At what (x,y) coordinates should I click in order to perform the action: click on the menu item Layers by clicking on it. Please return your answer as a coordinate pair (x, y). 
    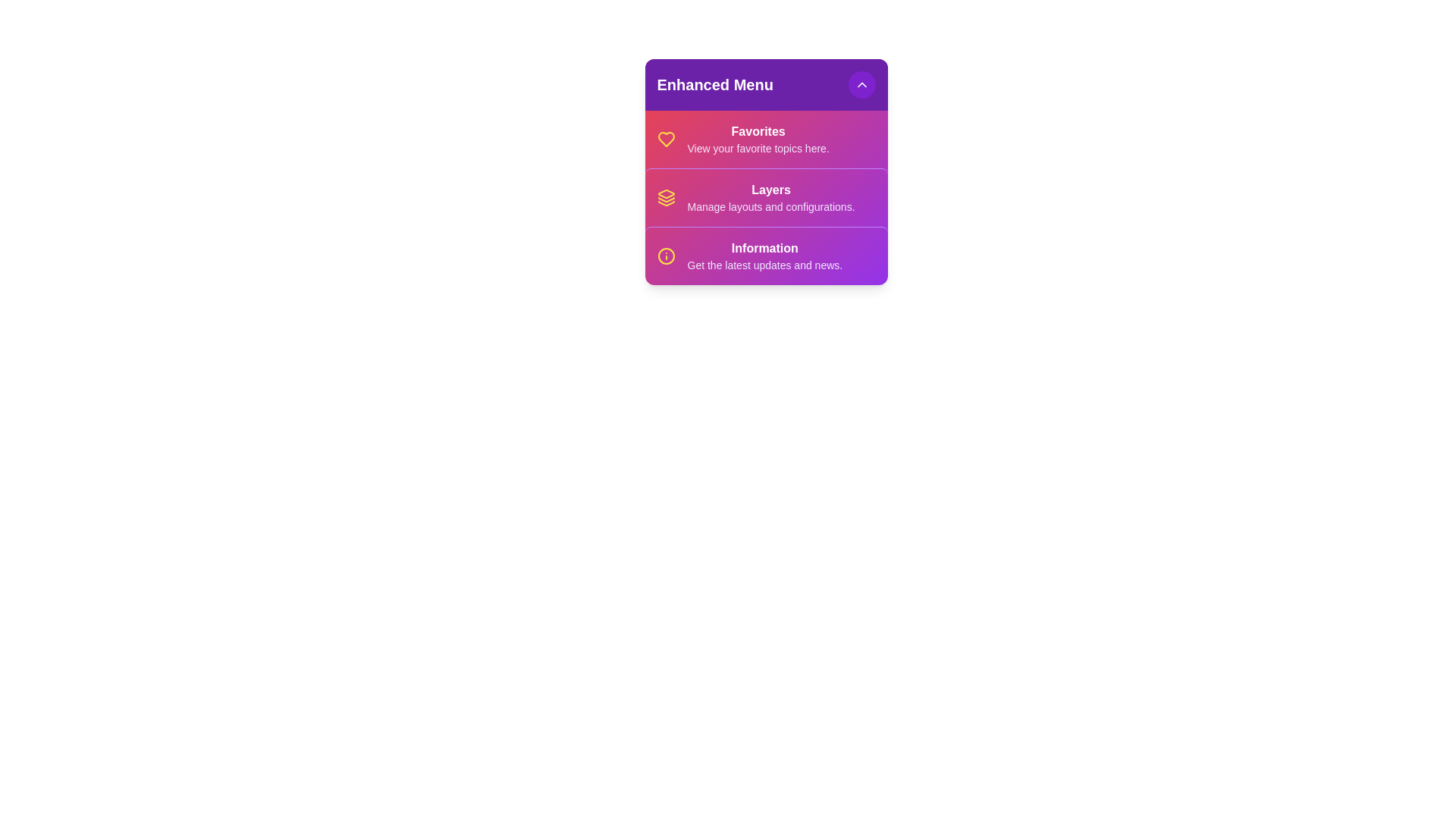
    Looking at the image, I should click on (766, 196).